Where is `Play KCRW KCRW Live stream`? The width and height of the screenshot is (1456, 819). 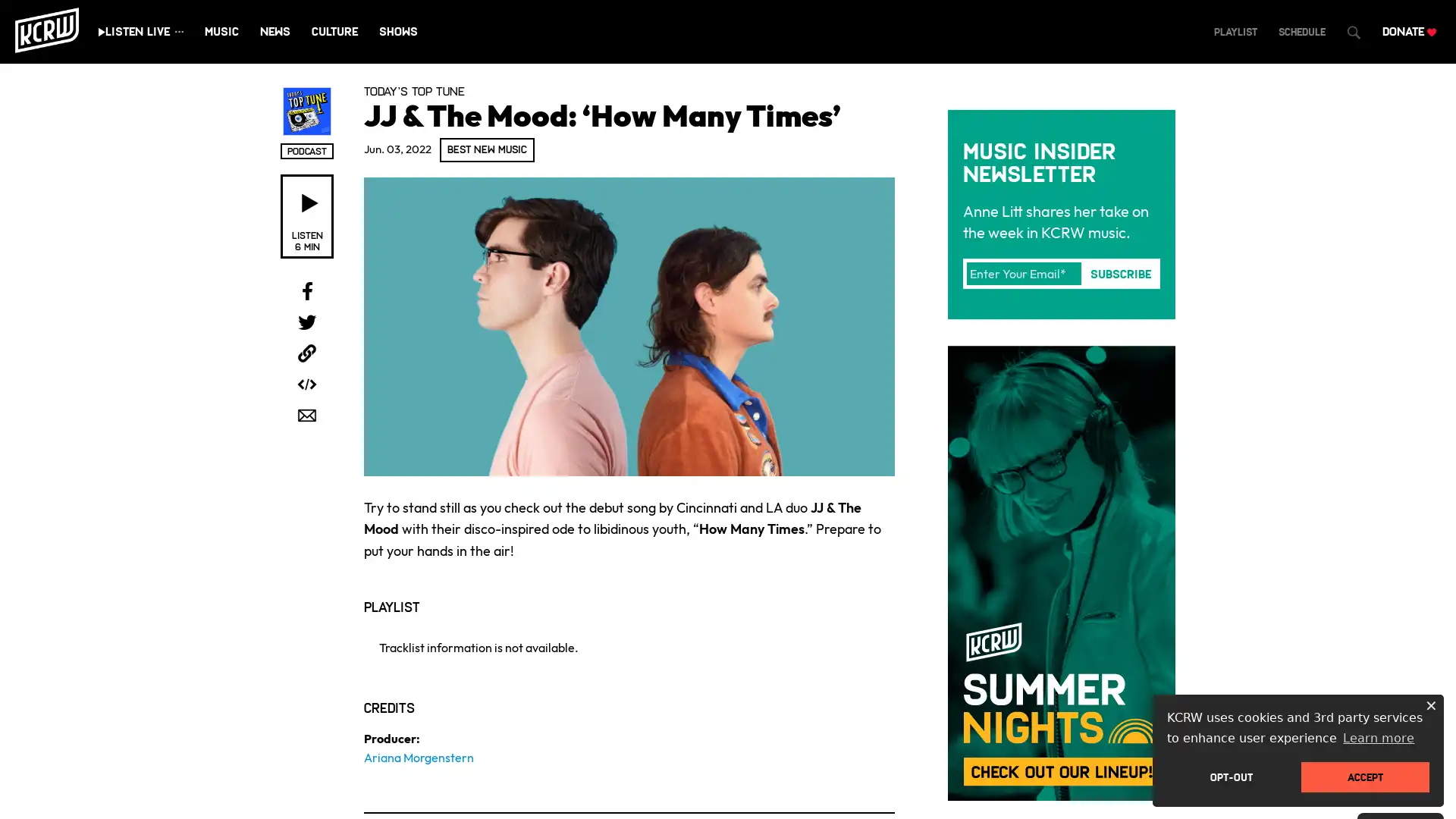 Play KCRW KCRW Live stream is located at coordinates (219, 32).